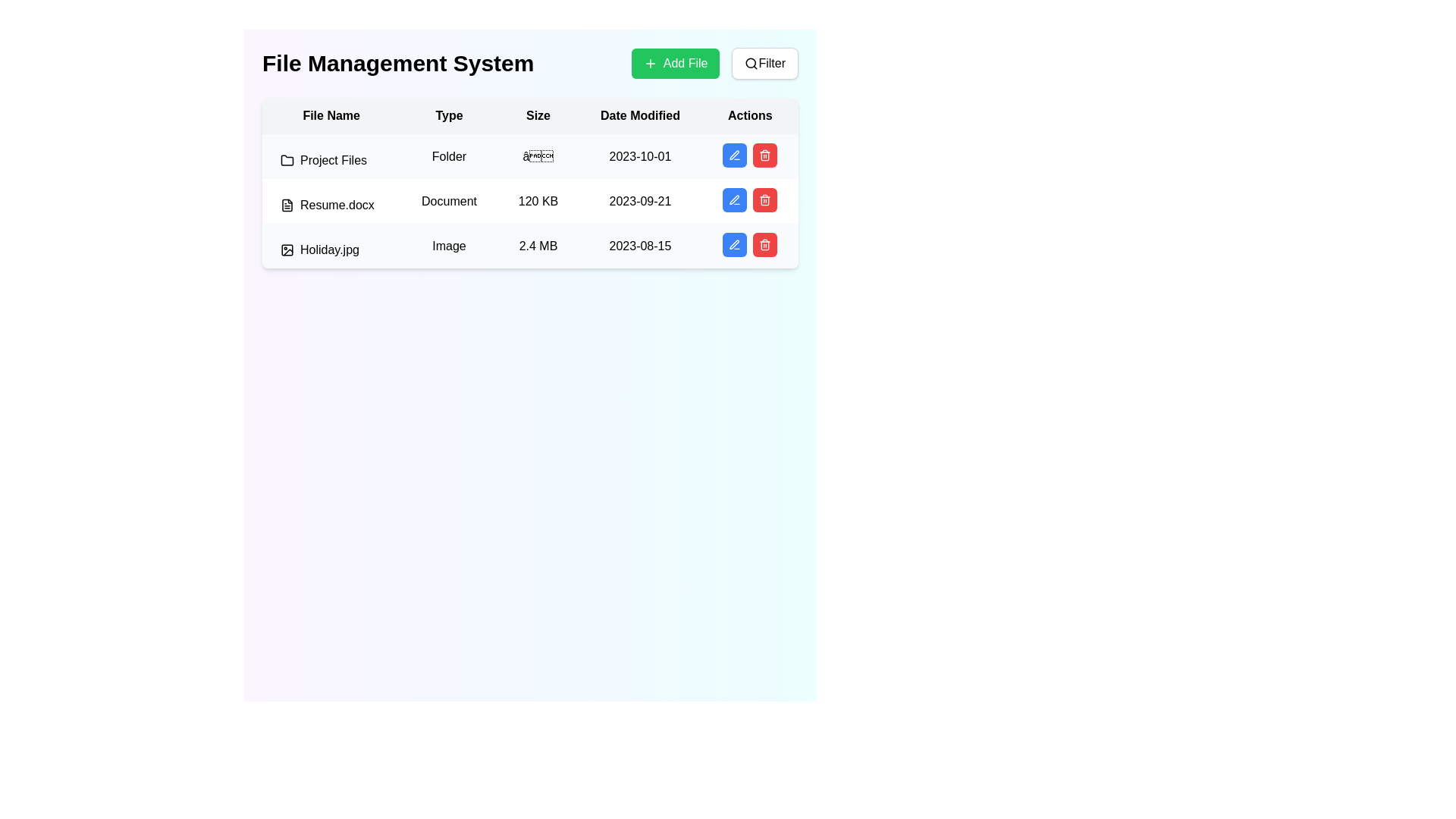 This screenshot has width=1456, height=819. What do you see at coordinates (765, 244) in the screenshot?
I see `the trash icon button, which is the rightmost action button in the last row of the table for the file 'Holiday.jpg', to potentially view a tooltip` at bounding box center [765, 244].